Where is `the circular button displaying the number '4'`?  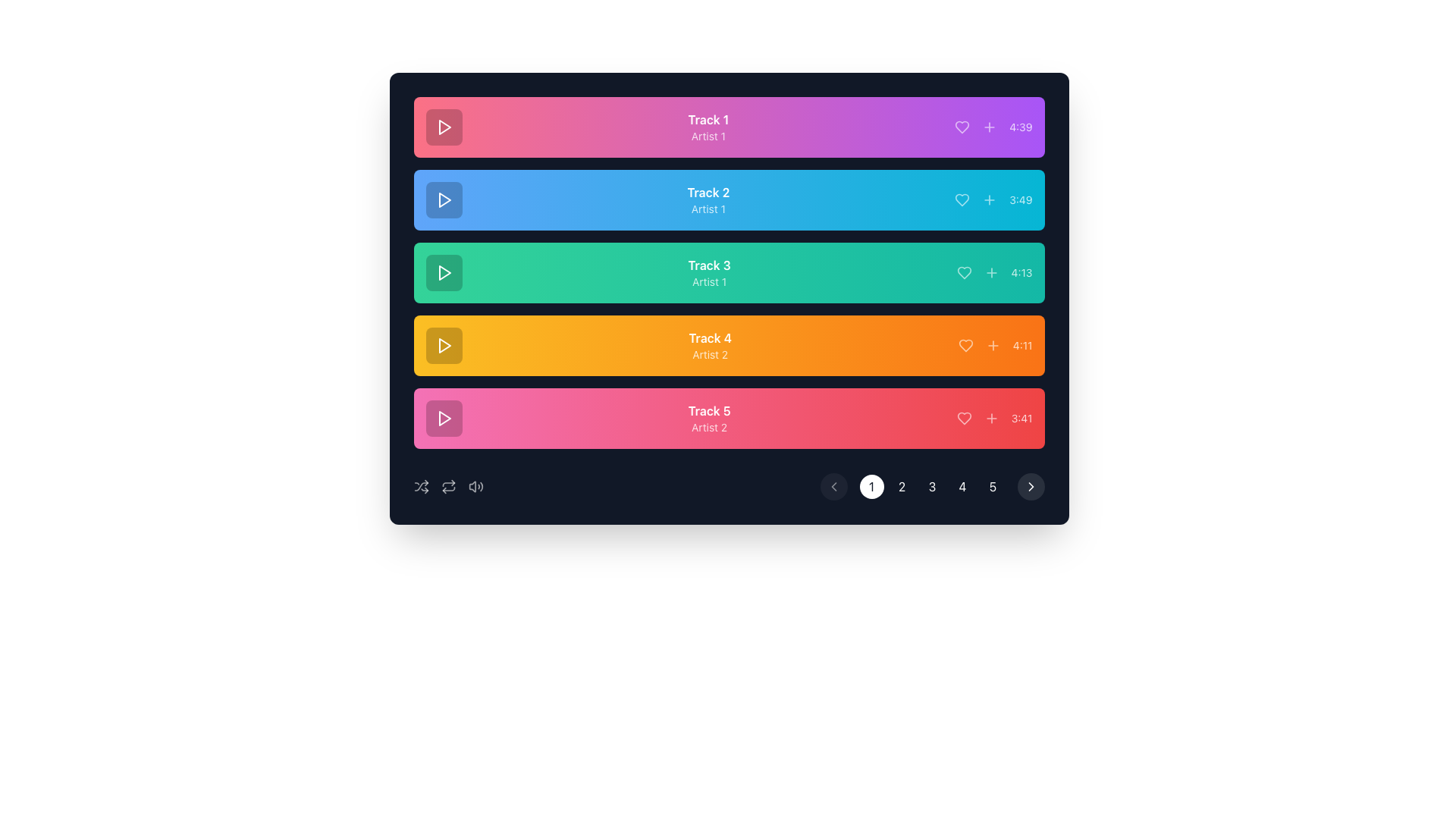
the circular button displaying the number '4' is located at coordinates (962, 486).